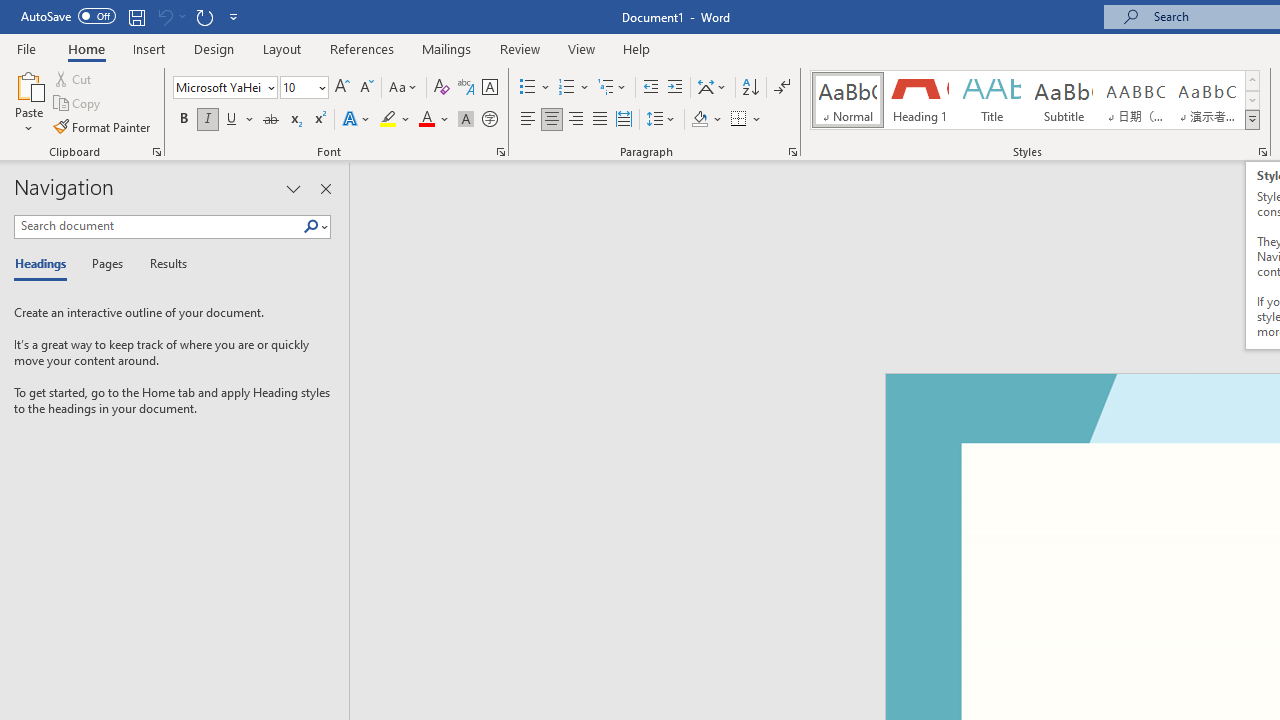 This screenshot has width=1280, height=720. Describe the element at coordinates (528, 119) in the screenshot. I see `'Align Left'` at that location.